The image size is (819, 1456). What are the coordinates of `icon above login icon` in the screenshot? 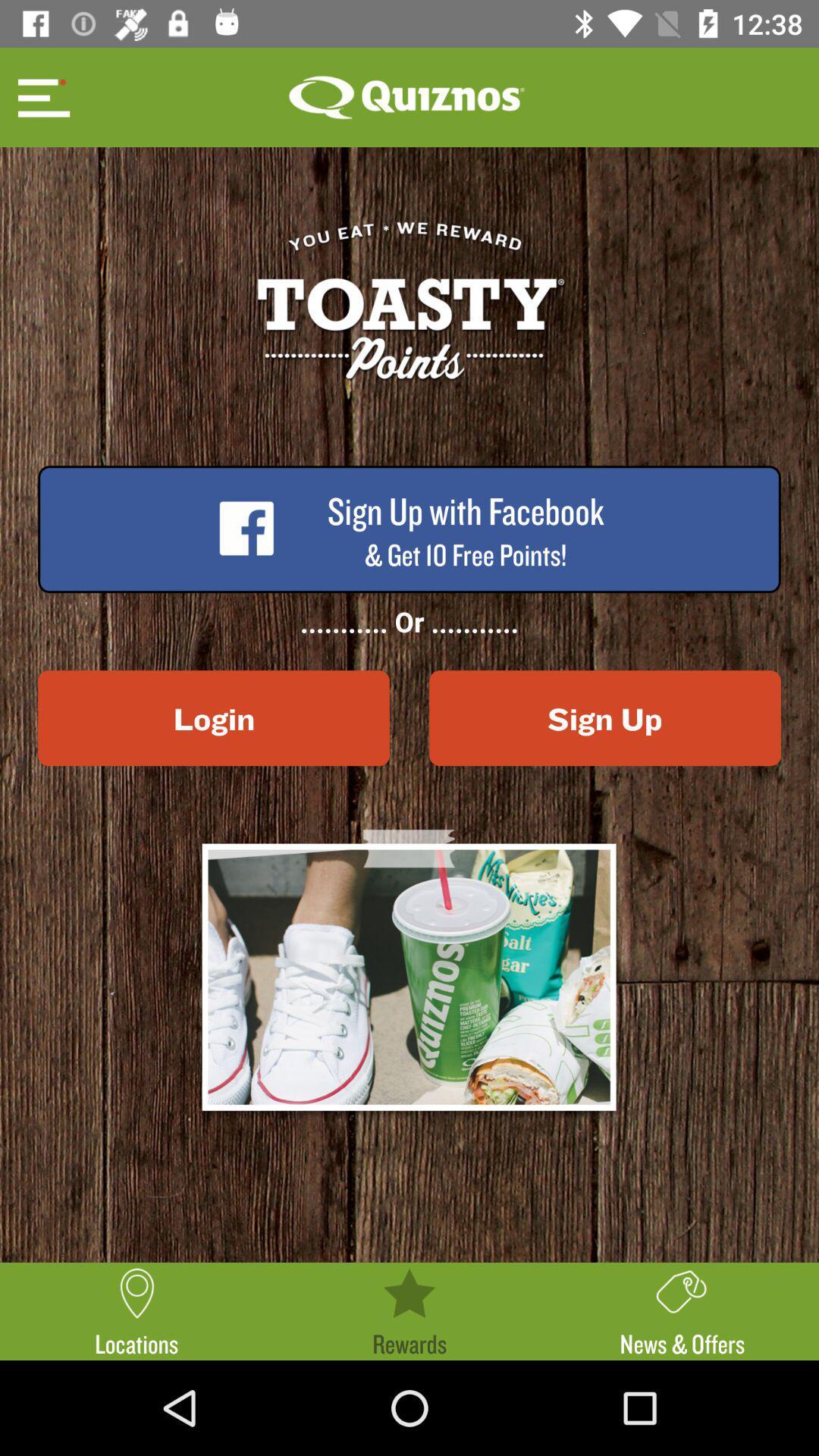 It's located at (41, 96).